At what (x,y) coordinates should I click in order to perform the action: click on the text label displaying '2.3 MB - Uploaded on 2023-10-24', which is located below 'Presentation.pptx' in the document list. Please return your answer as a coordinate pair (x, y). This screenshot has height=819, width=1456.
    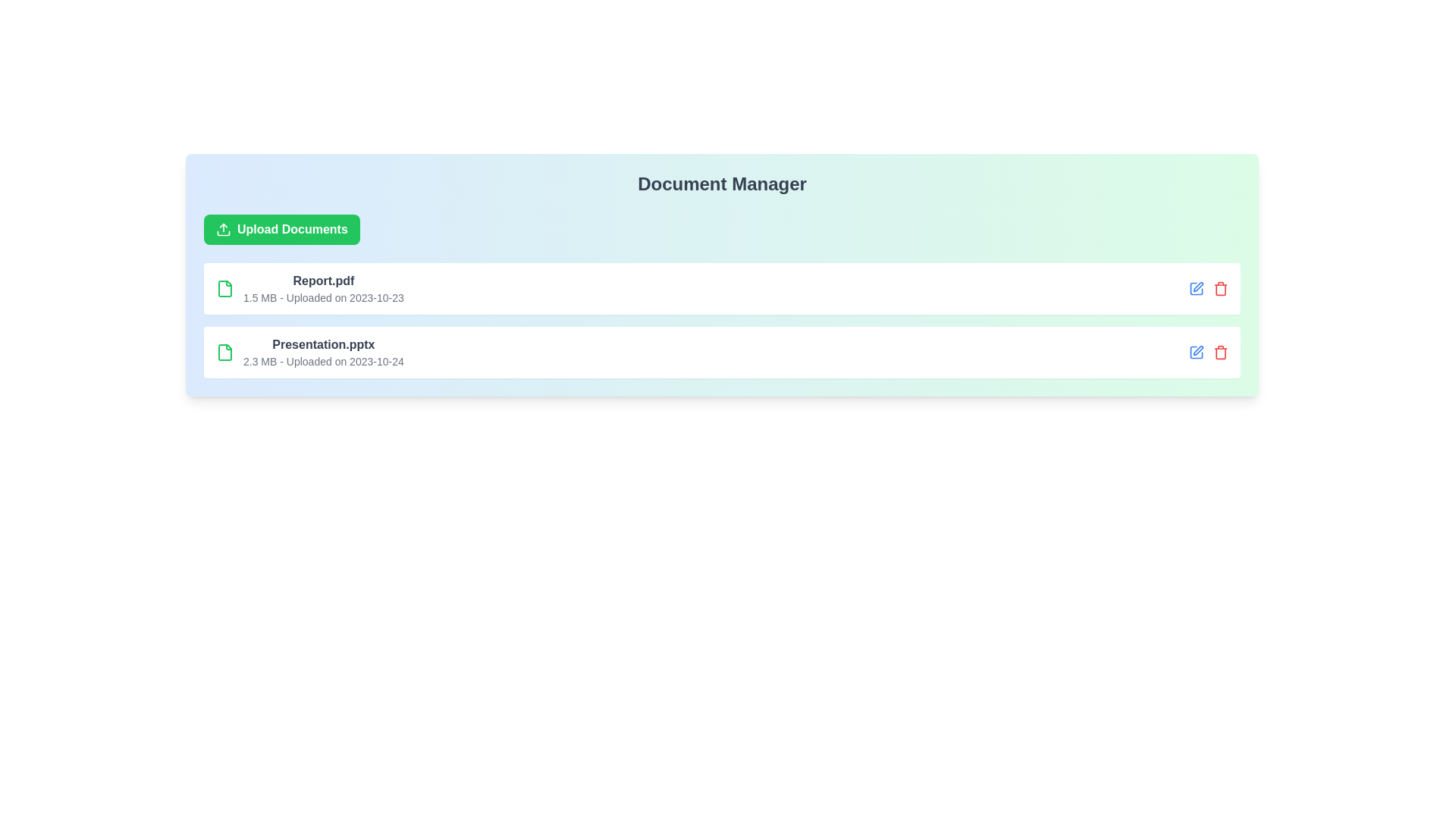
    Looking at the image, I should click on (322, 362).